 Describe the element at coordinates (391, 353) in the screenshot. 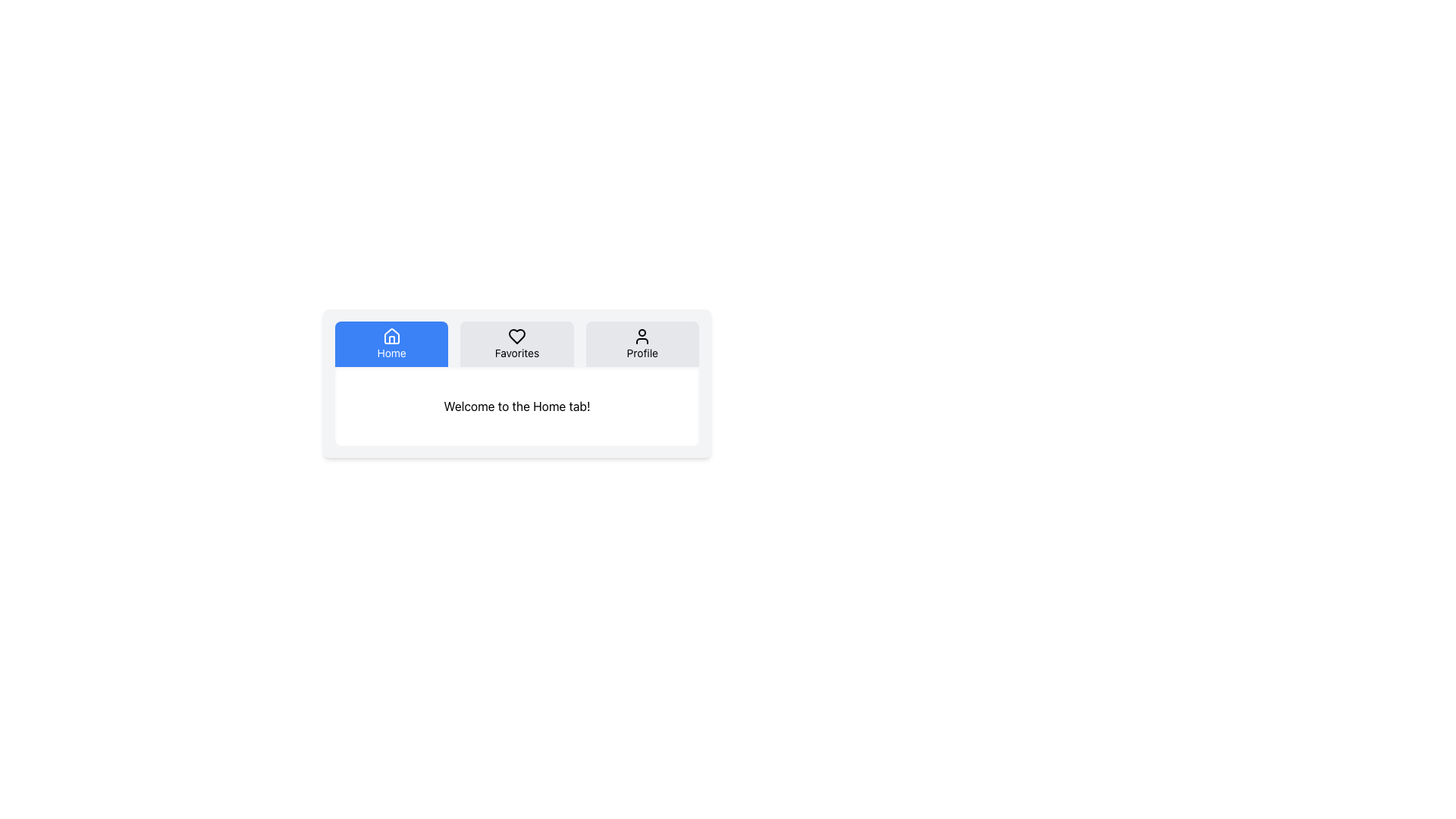

I see `the 'Home' text label element, which is styled in a small font size with white text on a blue background and is located in the leftmost tab of a horizontal tab group` at that location.